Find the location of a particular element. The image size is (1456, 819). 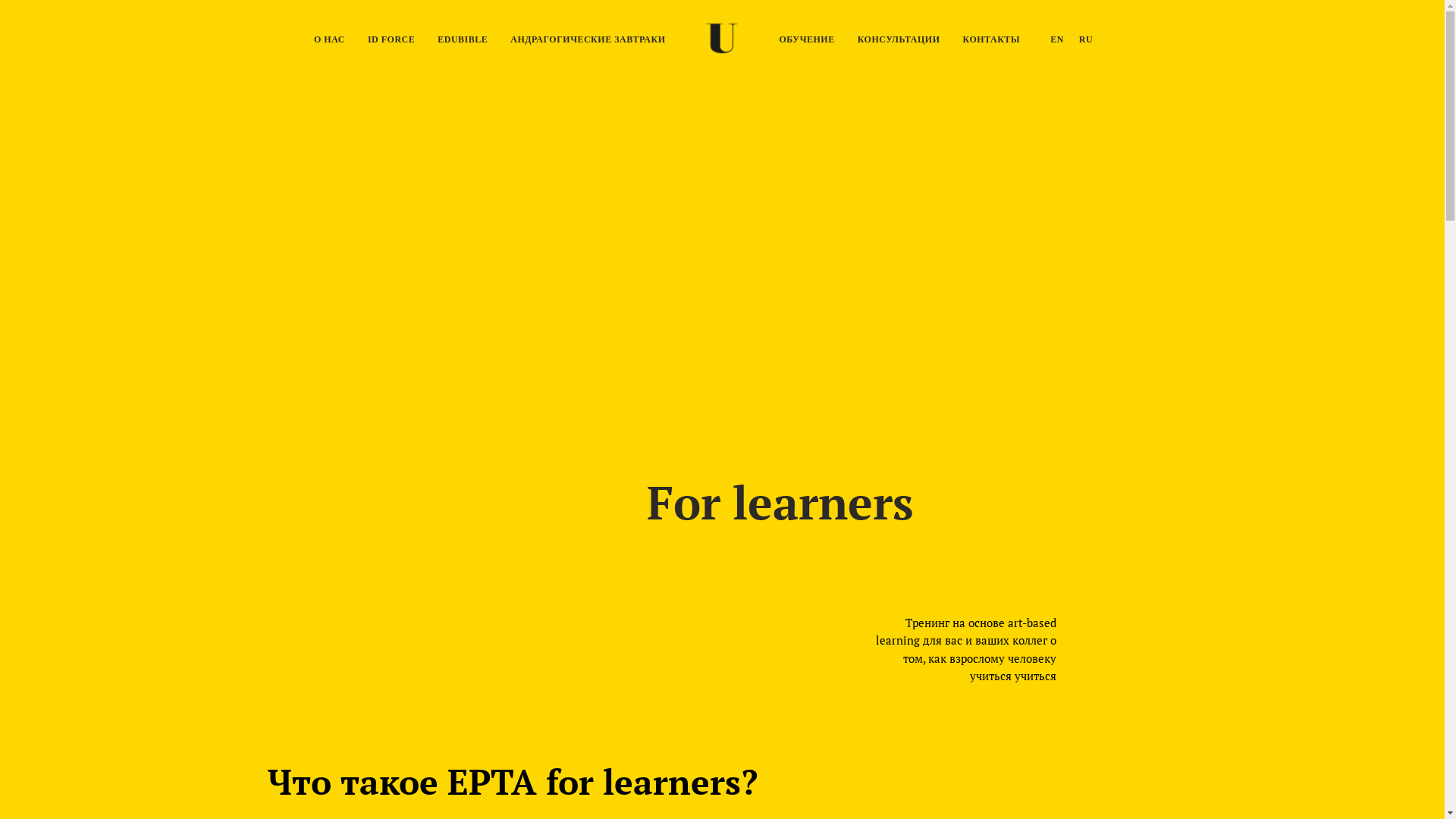

'EDUBIBLE' is located at coordinates (461, 38).